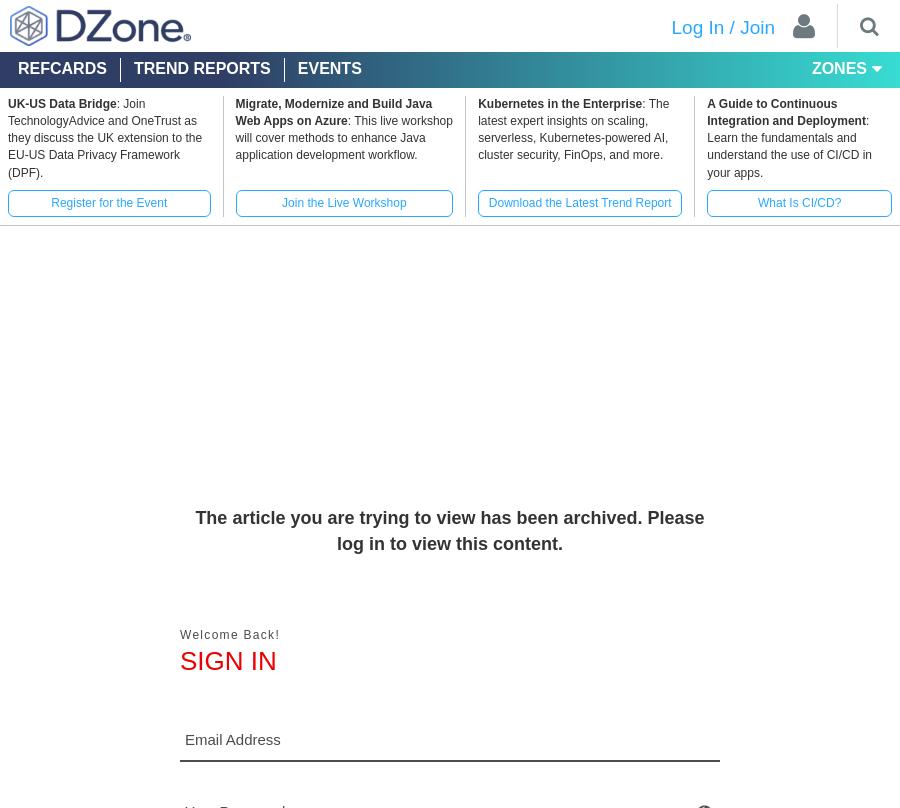 The height and width of the screenshot is (808, 900). Describe the element at coordinates (233, 137) in the screenshot. I see `': This live workshop will cover methods to enhance Java application development workflow.'` at that location.